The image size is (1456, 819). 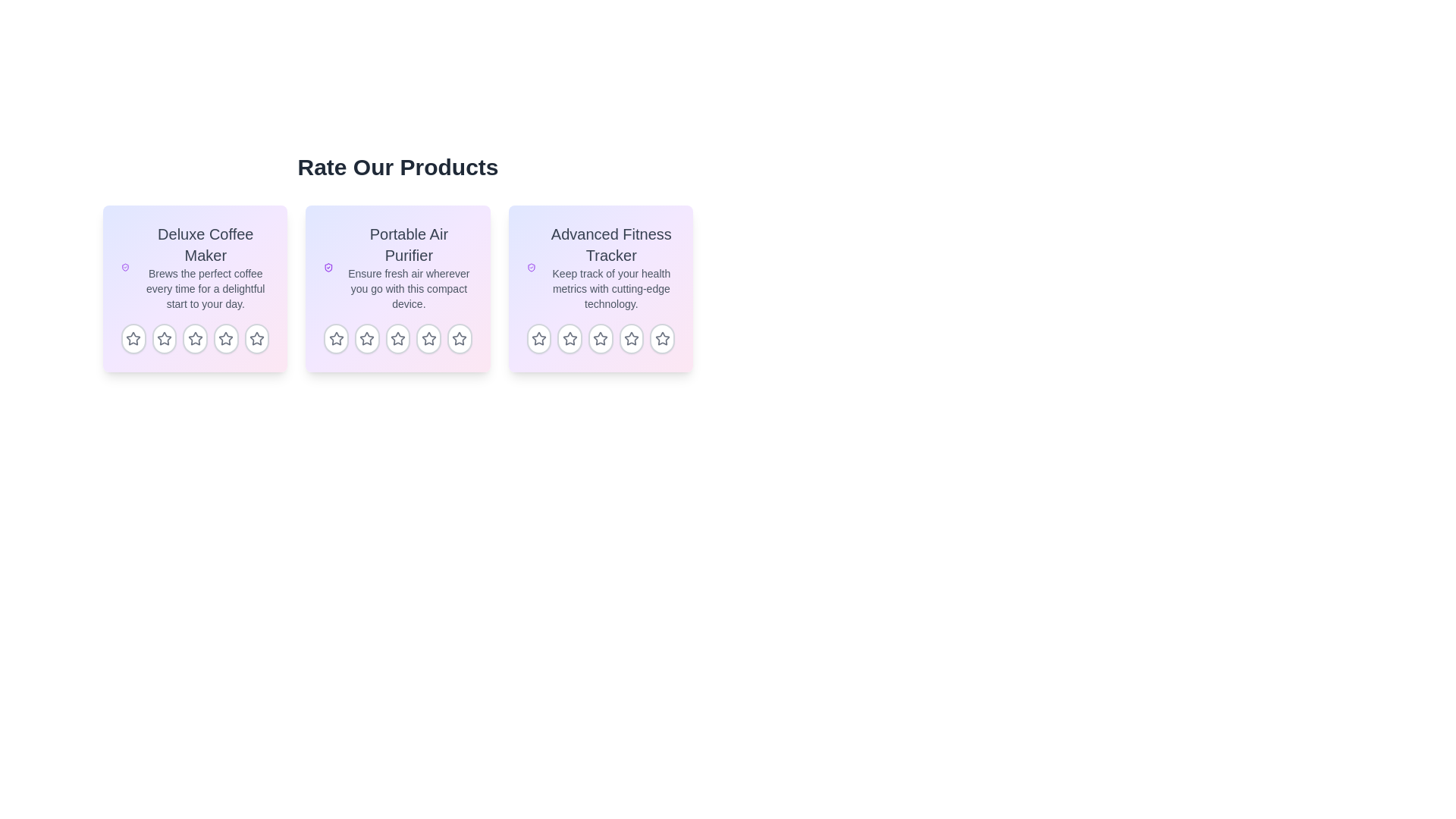 What do you see at coordinates (662, 338) in the screenshot?
I see `the fifth star in the rating system on the 'Advanced Fitness Tracker' card to rate the product` at bounding box center [662, 338].